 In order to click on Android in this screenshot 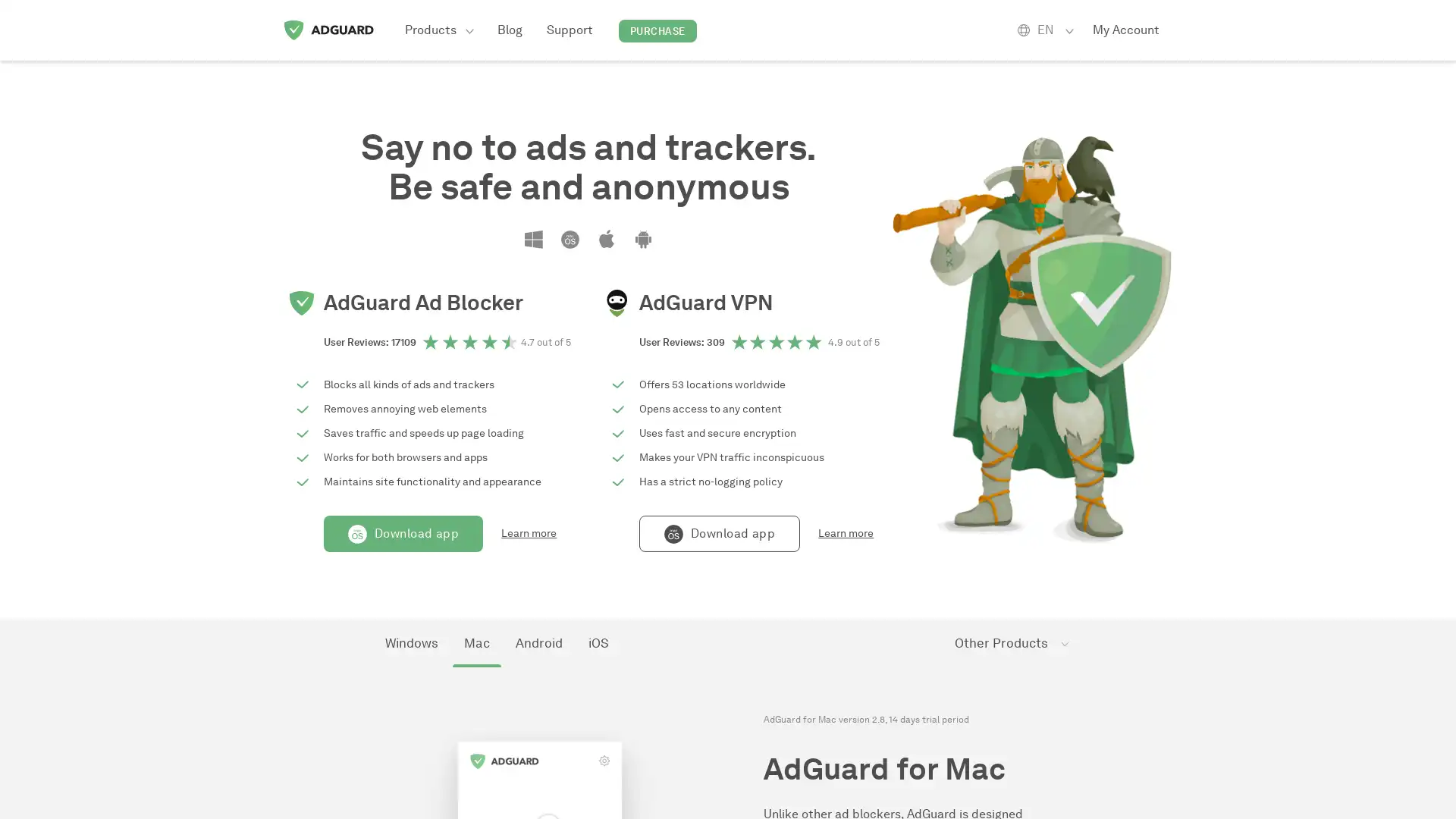, I will do `click(538, 643)`.